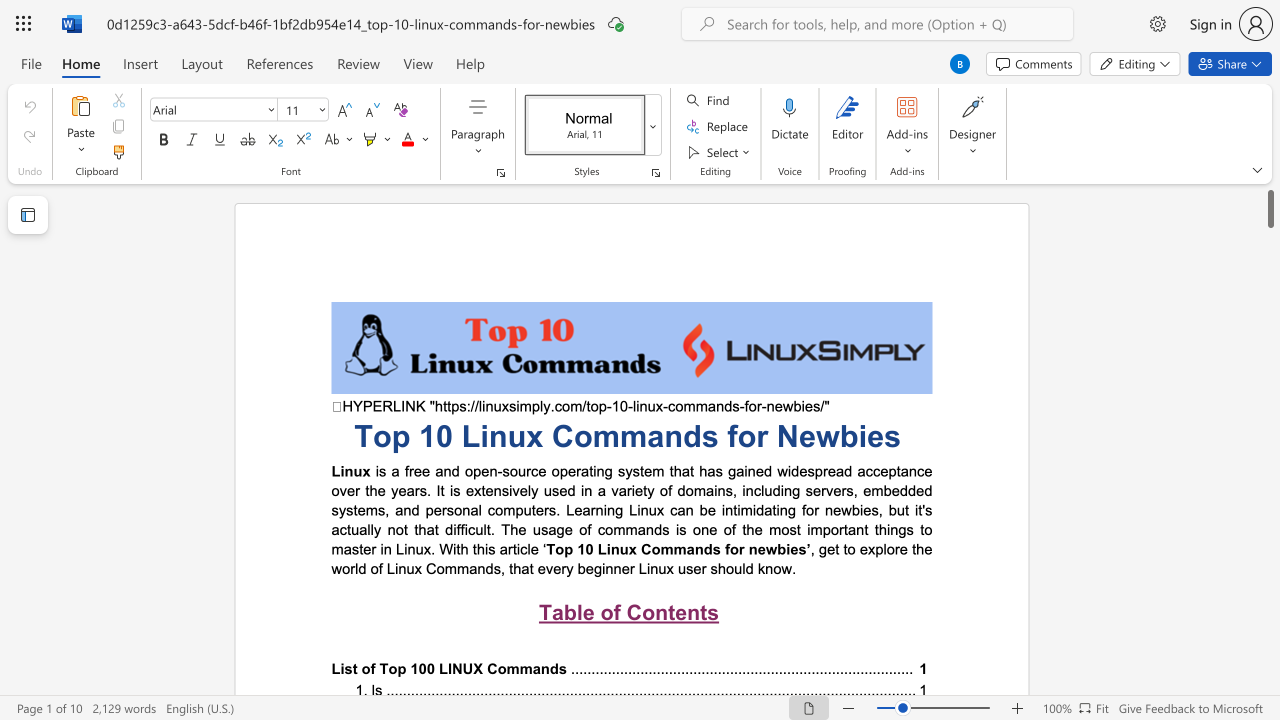 This screenshot has height=720, width=1280. I want to click on the space between the continuous character "e" and "s" in the text, so click(883, 435).